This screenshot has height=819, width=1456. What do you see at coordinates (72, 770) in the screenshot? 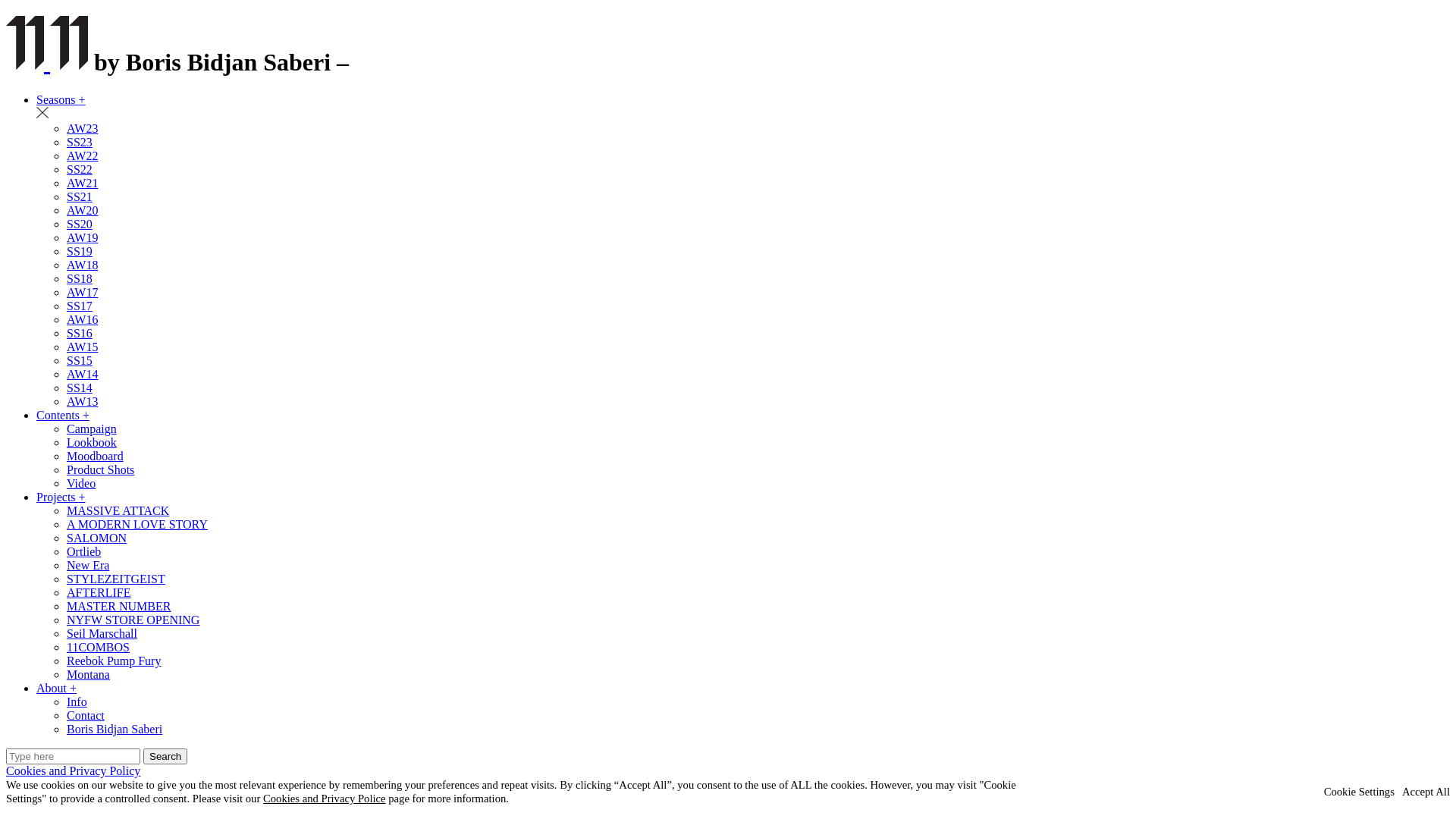
I see `'Cookies and Privacy Policy'` at bounding box center [72, 770].